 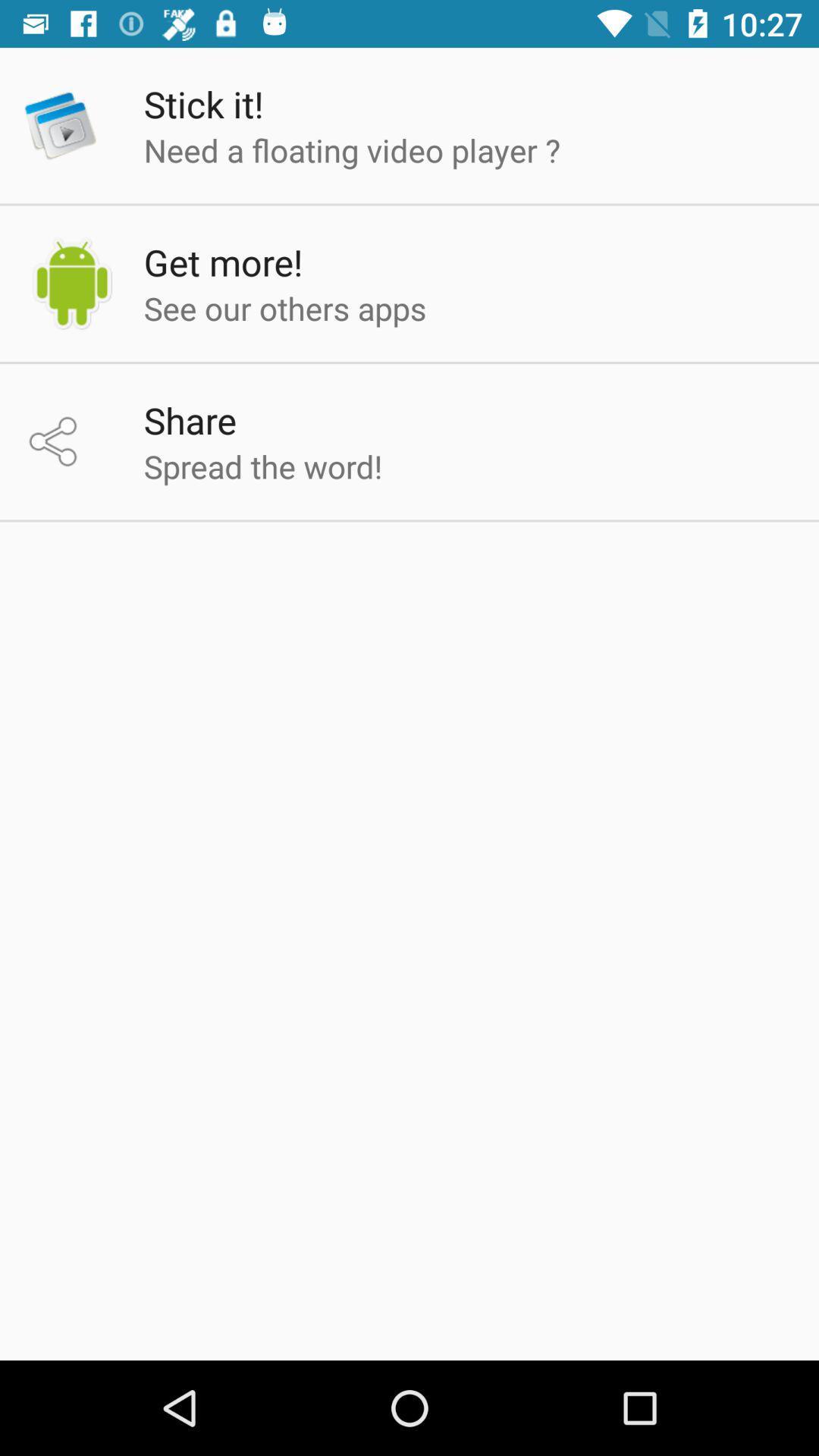 I want to click on the icon above share, so click(x=285, y=307).